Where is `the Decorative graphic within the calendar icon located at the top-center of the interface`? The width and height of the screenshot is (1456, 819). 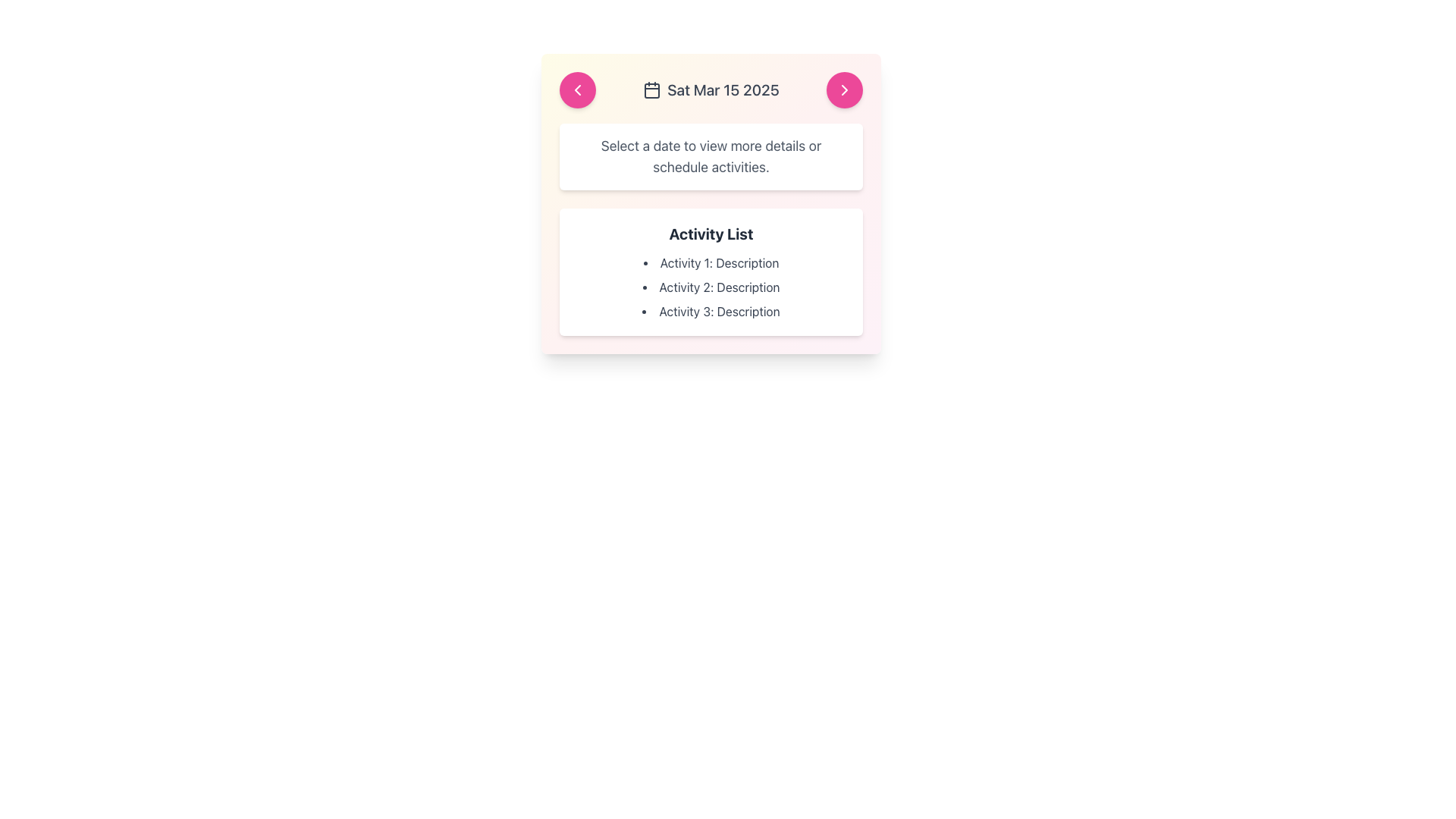
the Decorative graphic within the calendar icon located at the top-center of the interface is located at coordinates (652, 90).